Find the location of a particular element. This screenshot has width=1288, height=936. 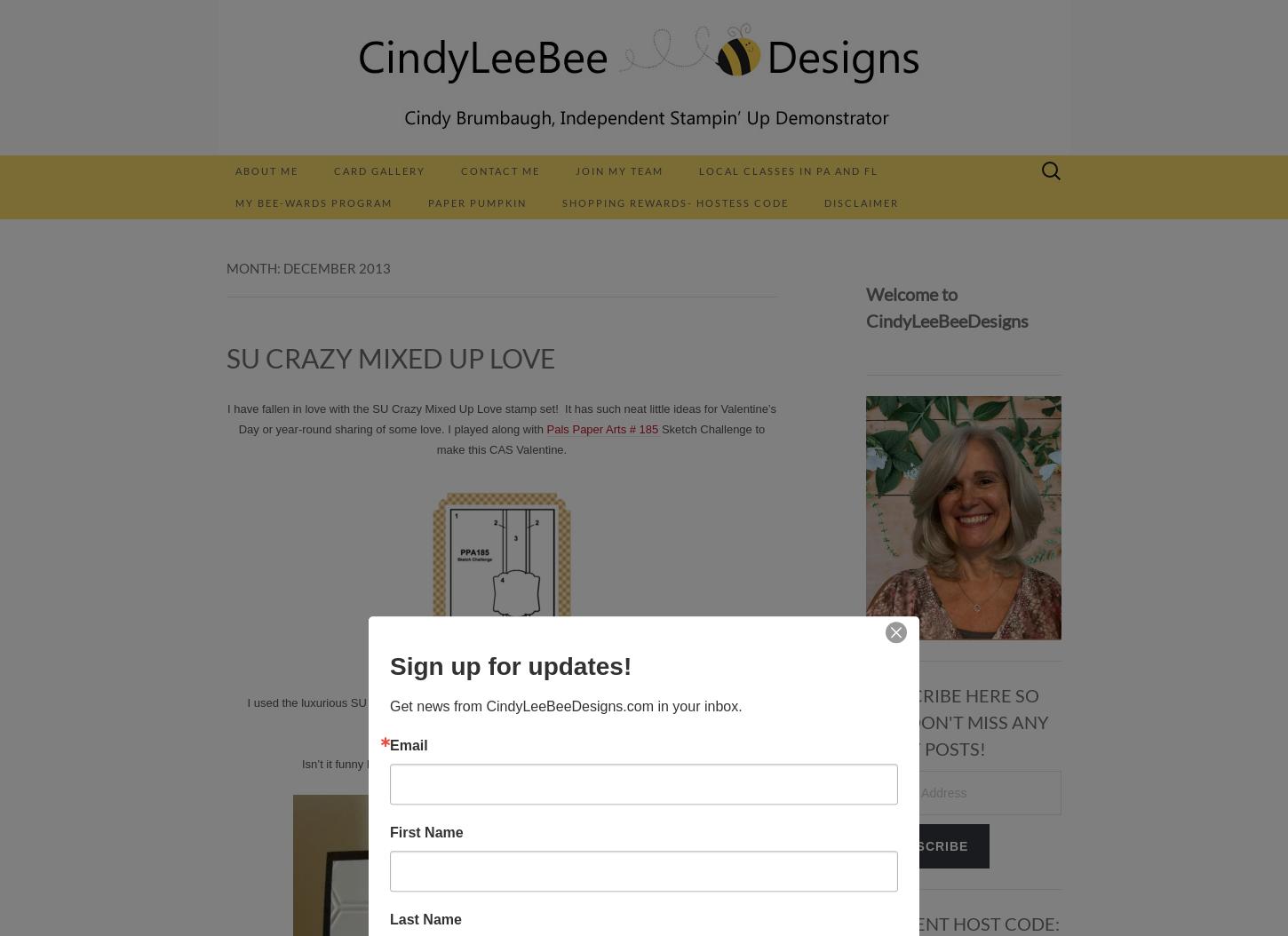

'I have fallen in love with the SU Crazy Mixed Up Love stamp set!  It has such neat little ideas for Valentine’s Day or year-round sharing of some love. I played along with' is located at coordinates (501, 418).